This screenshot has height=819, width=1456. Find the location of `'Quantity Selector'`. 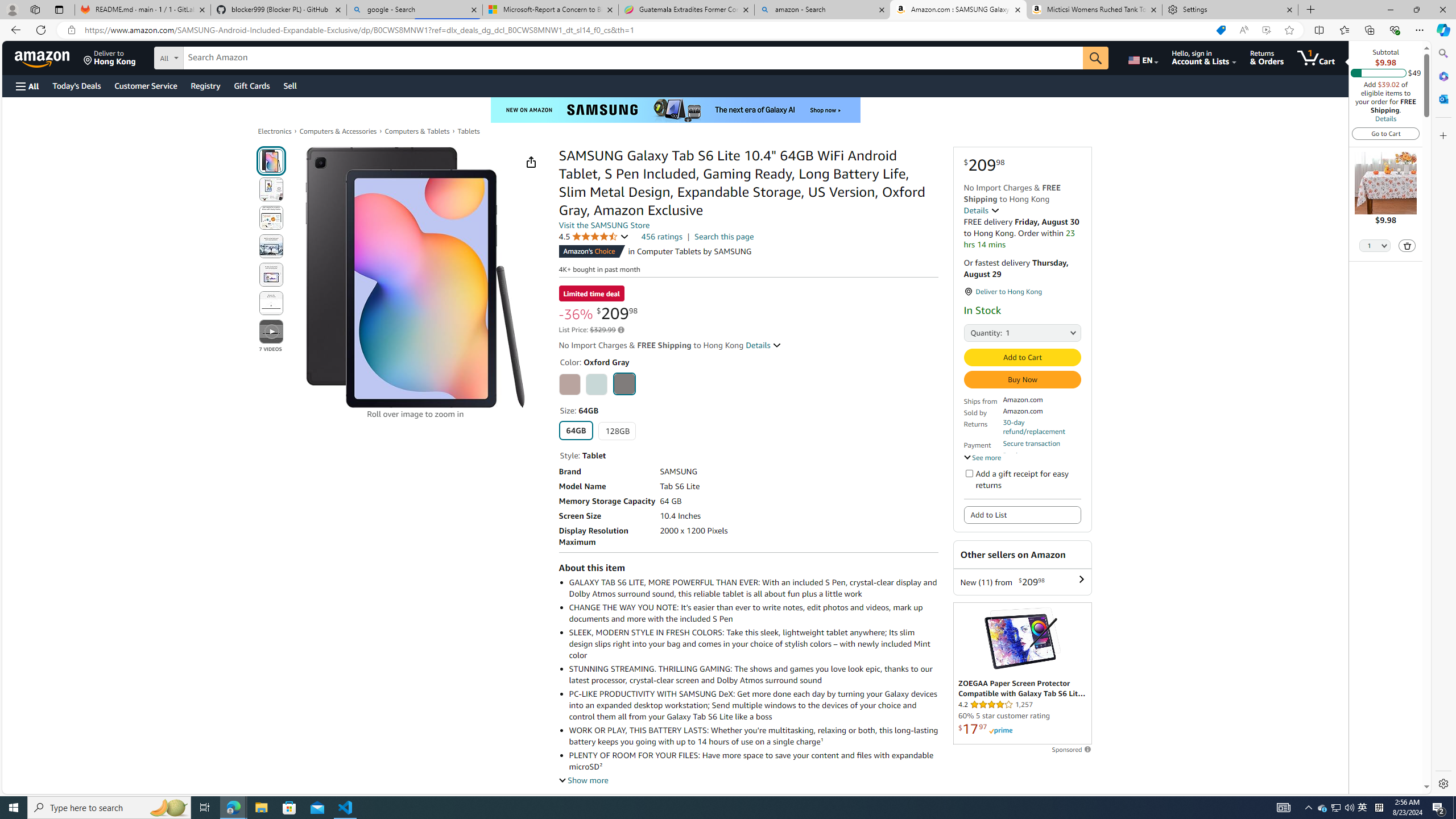

'Quantity Selector' is located at coordinates (1375, 246).